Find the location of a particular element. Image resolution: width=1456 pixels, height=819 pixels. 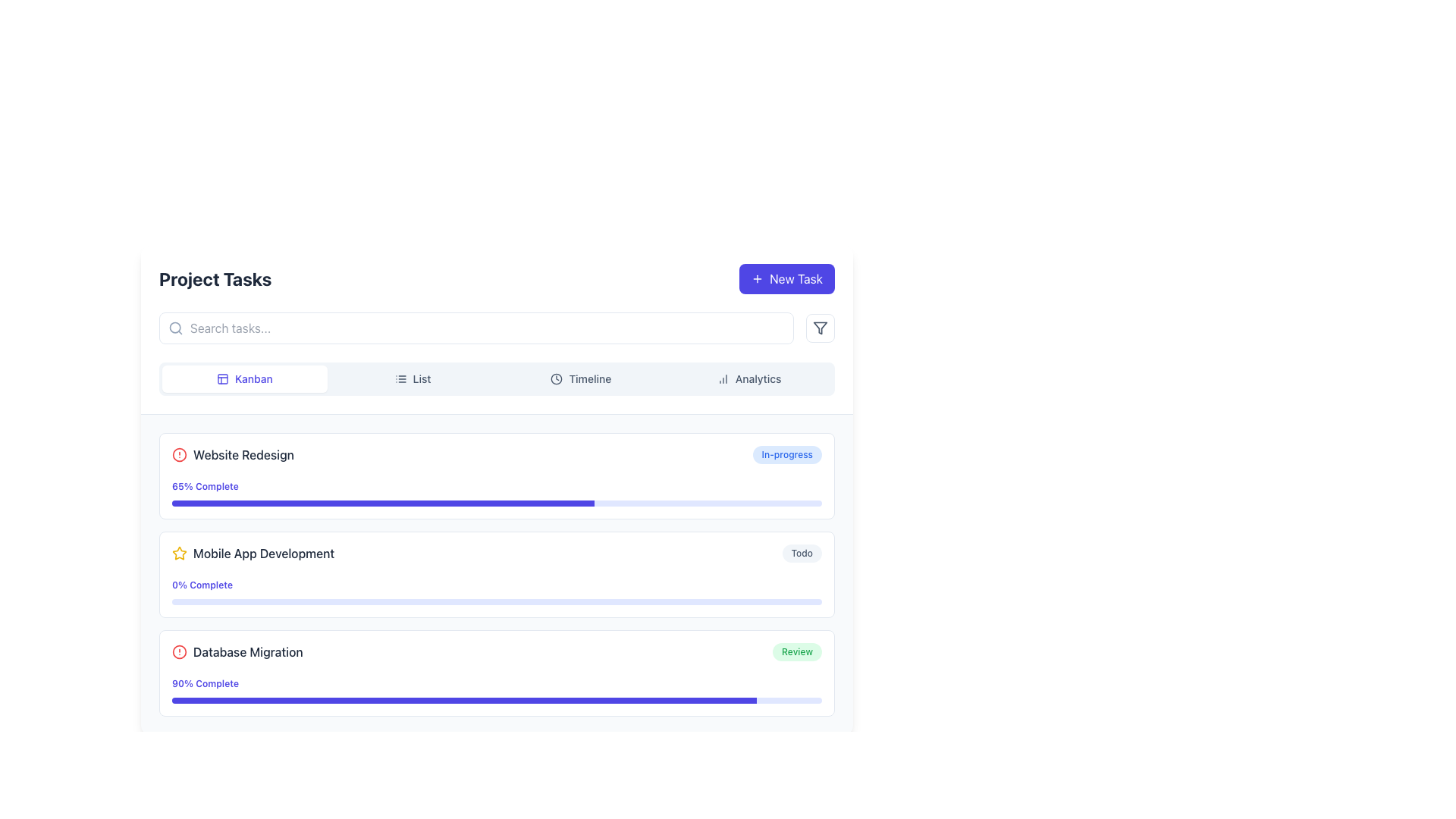

the alert icon representing the warning for the 'Website Redesign' task located to the left of its title in the Project Tasks interface is located at coordinates (179, 454).